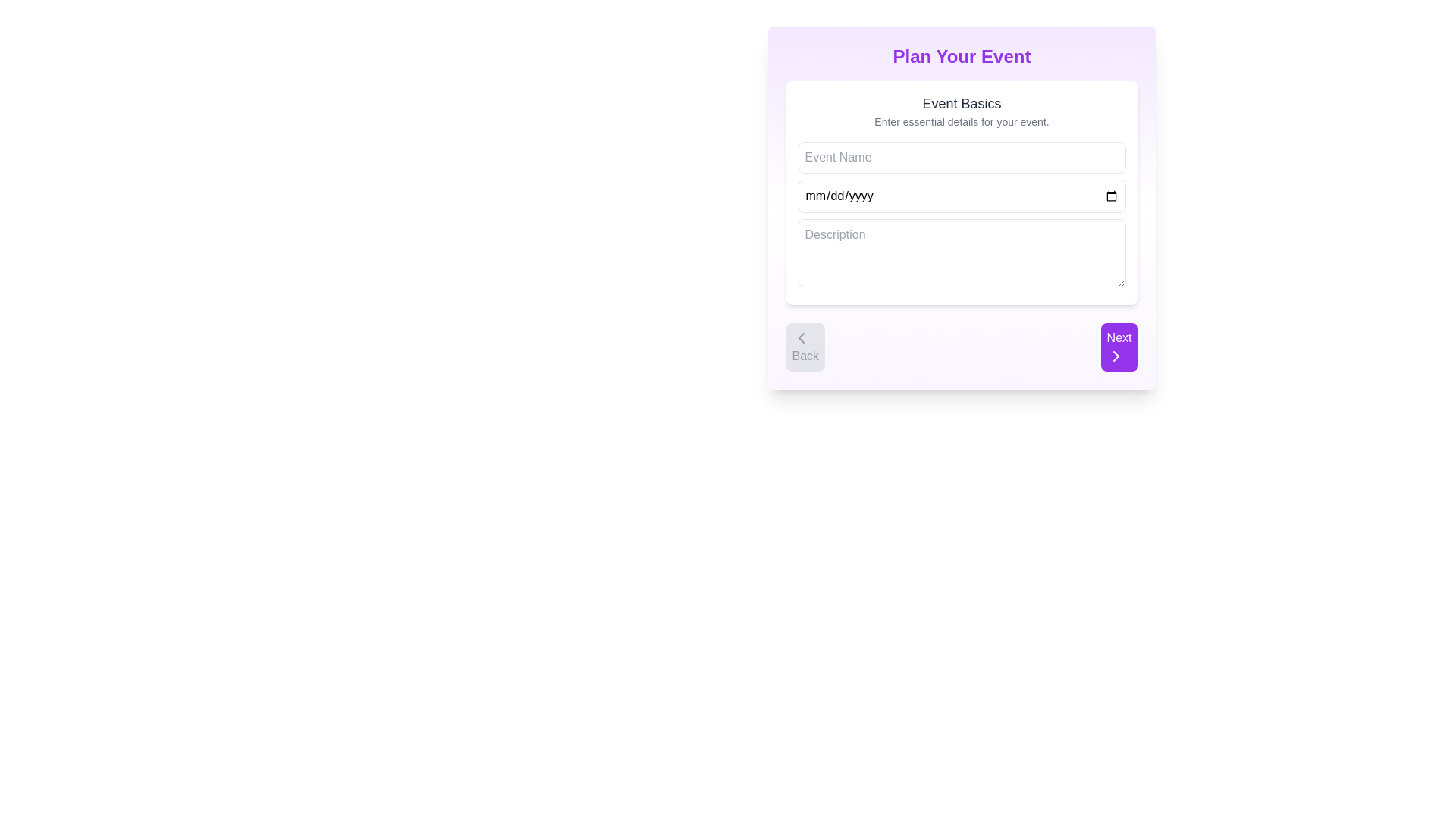  What do you see at coordinates (1119, 347) in the screenshot?
I see `the 'Next' button with a purple background and white text` at bounding box center [1119, 347].